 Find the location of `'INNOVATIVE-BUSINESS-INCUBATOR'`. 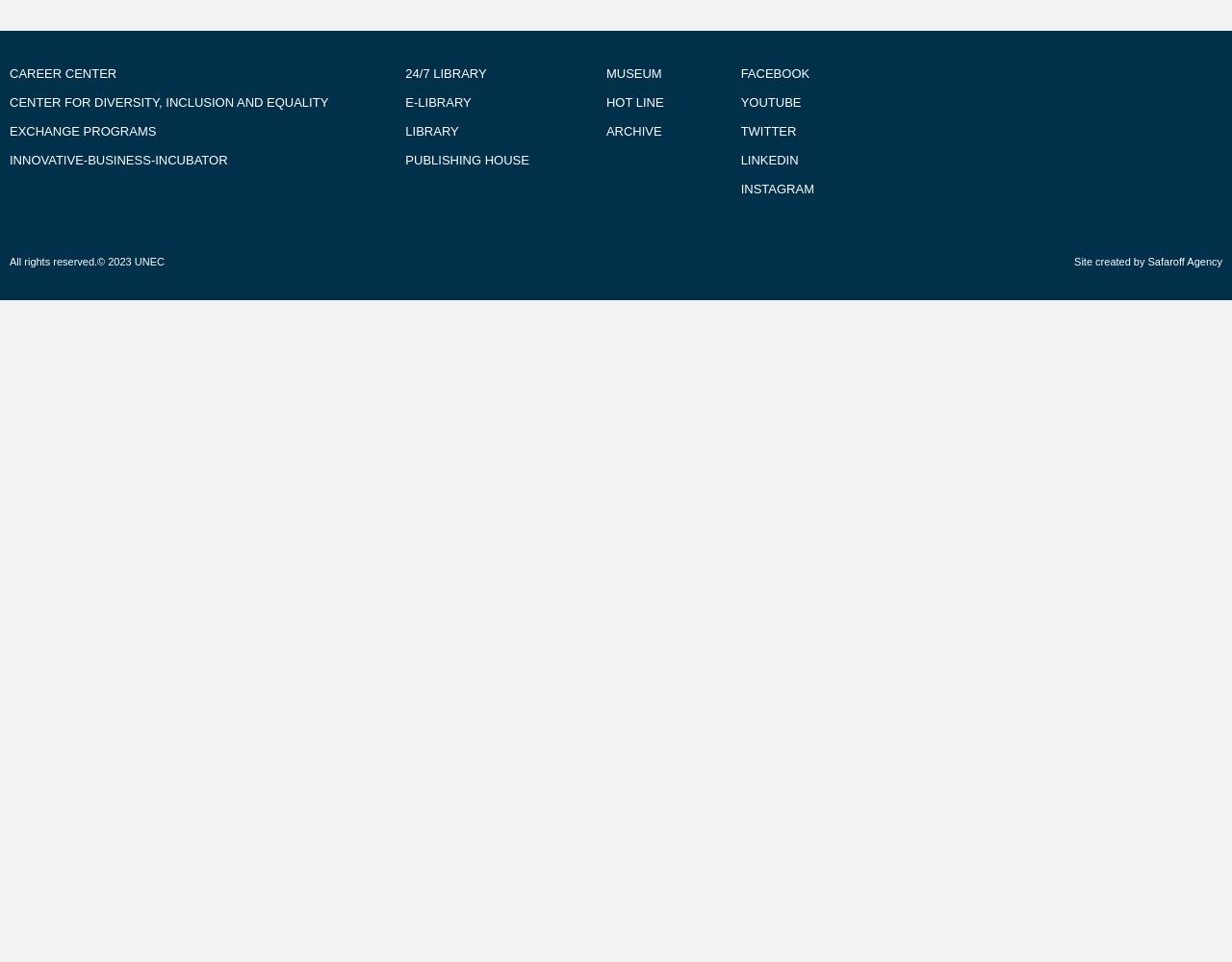

'INNOVATIVE-BUSINESS-INCUBATOR' is located at coordinates (117, 160).